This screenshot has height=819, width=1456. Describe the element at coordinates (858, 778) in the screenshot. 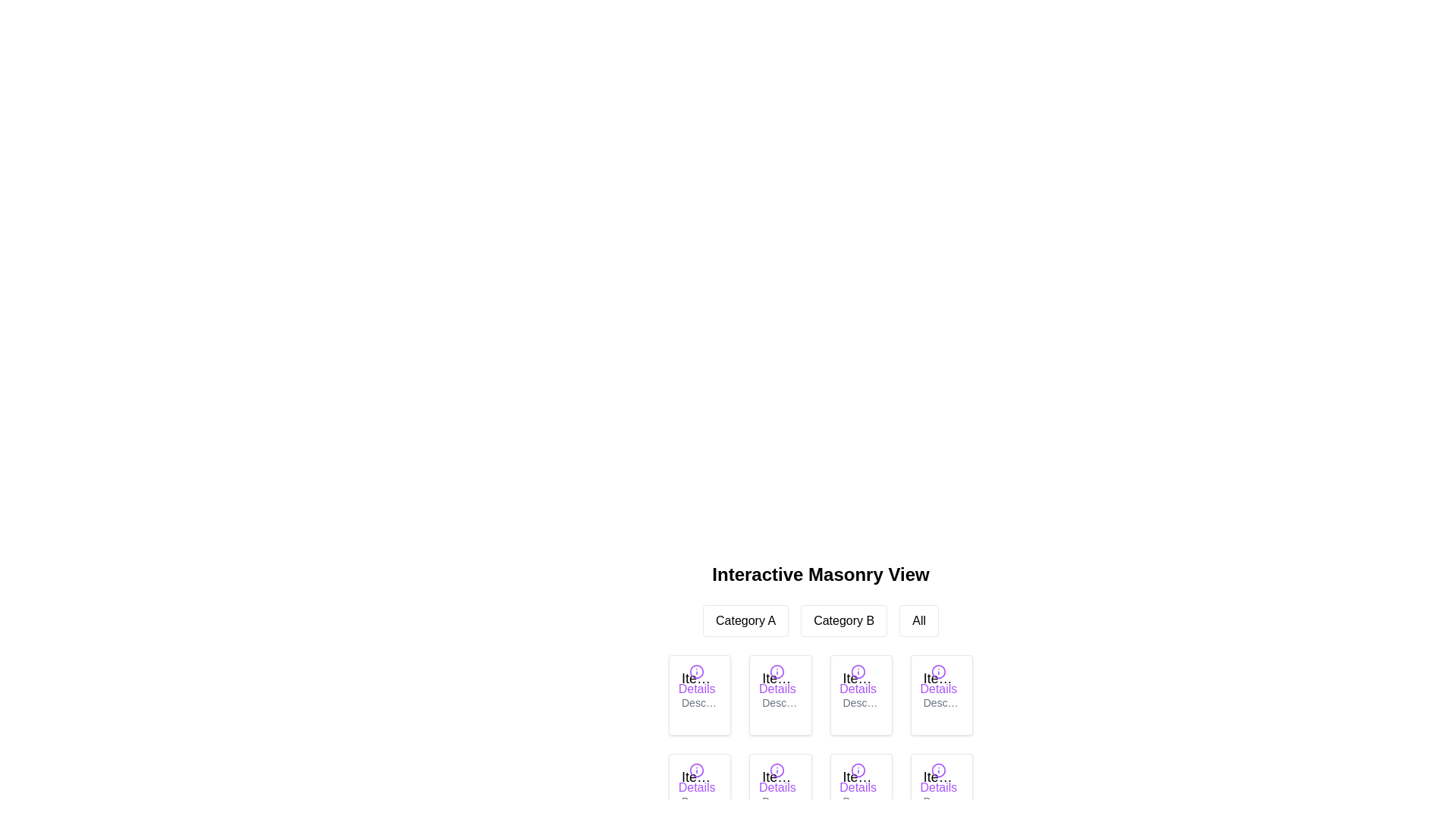

I see `the hyperlink located in the top-right corner of the card labeled 'Item 7'` at that location.